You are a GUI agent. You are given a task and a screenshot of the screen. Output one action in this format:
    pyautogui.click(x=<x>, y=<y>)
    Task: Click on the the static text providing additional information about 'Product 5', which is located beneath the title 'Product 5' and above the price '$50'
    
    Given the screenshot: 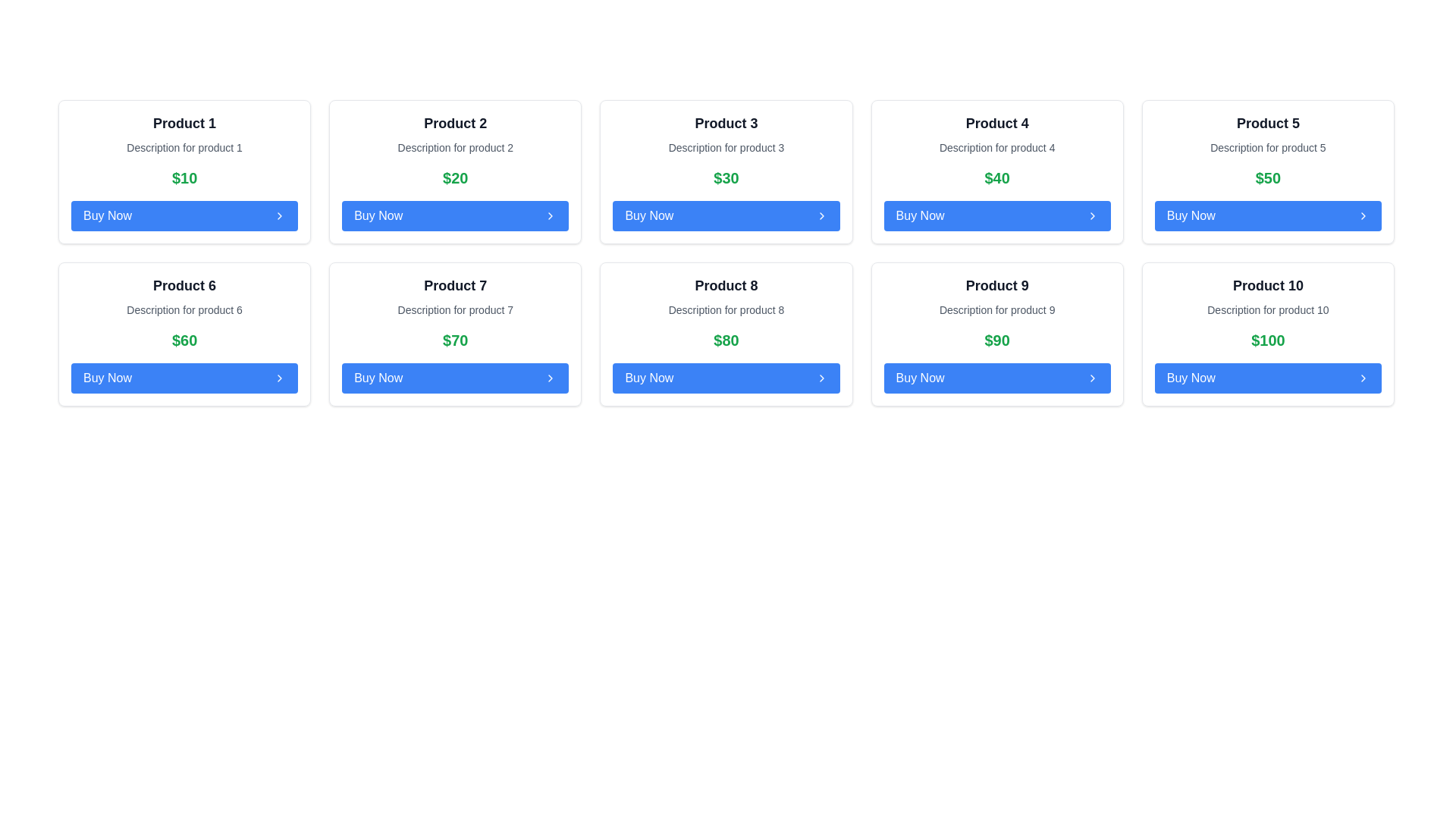 What is the action you would take?
    pyautogui.click(x=1268, y=148)
    